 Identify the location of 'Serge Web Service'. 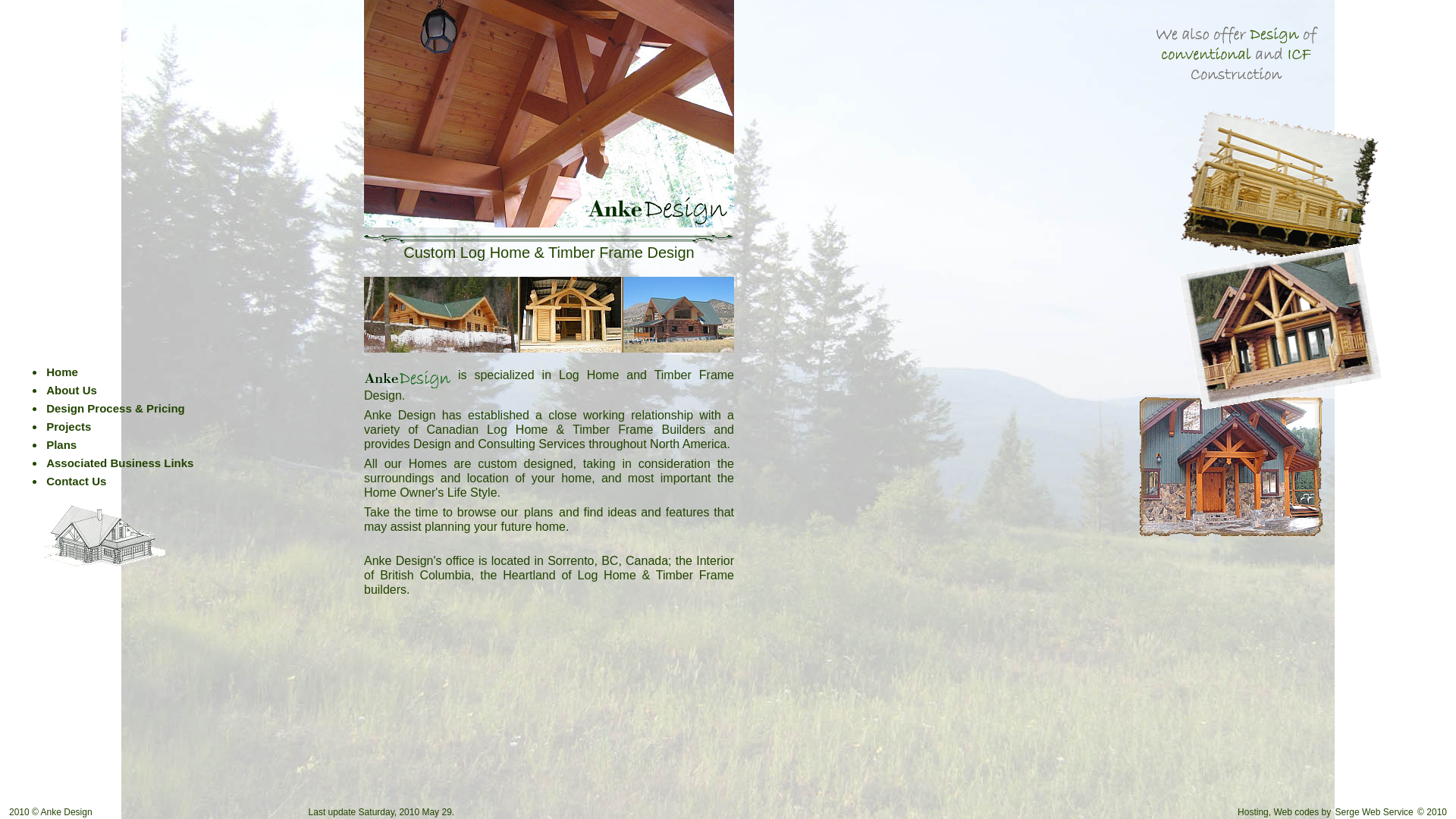
(1332, 811).